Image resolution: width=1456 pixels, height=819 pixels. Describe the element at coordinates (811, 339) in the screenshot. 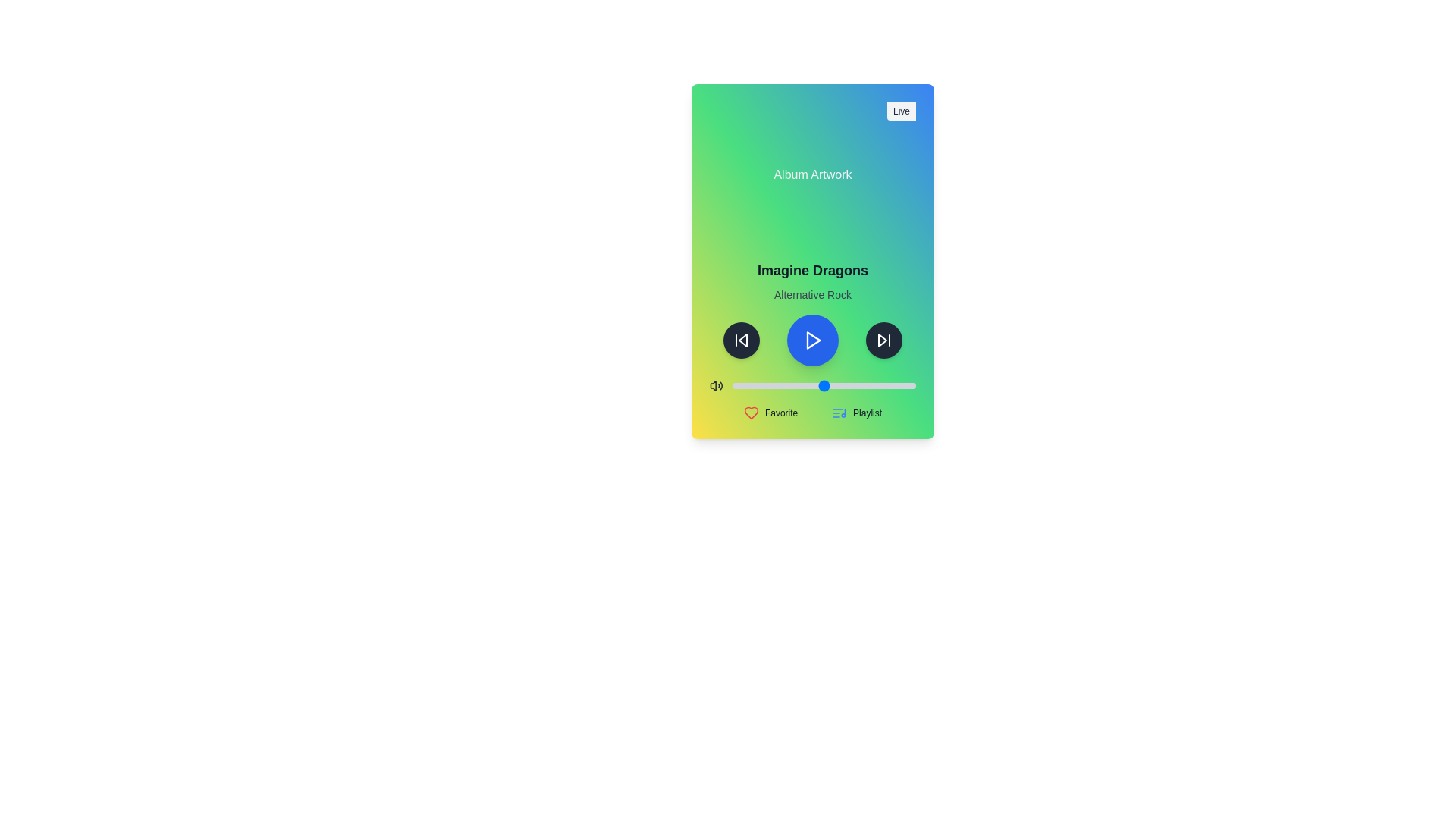

I see `the circular blue button with a white border and play icon to scale it up` at that location.